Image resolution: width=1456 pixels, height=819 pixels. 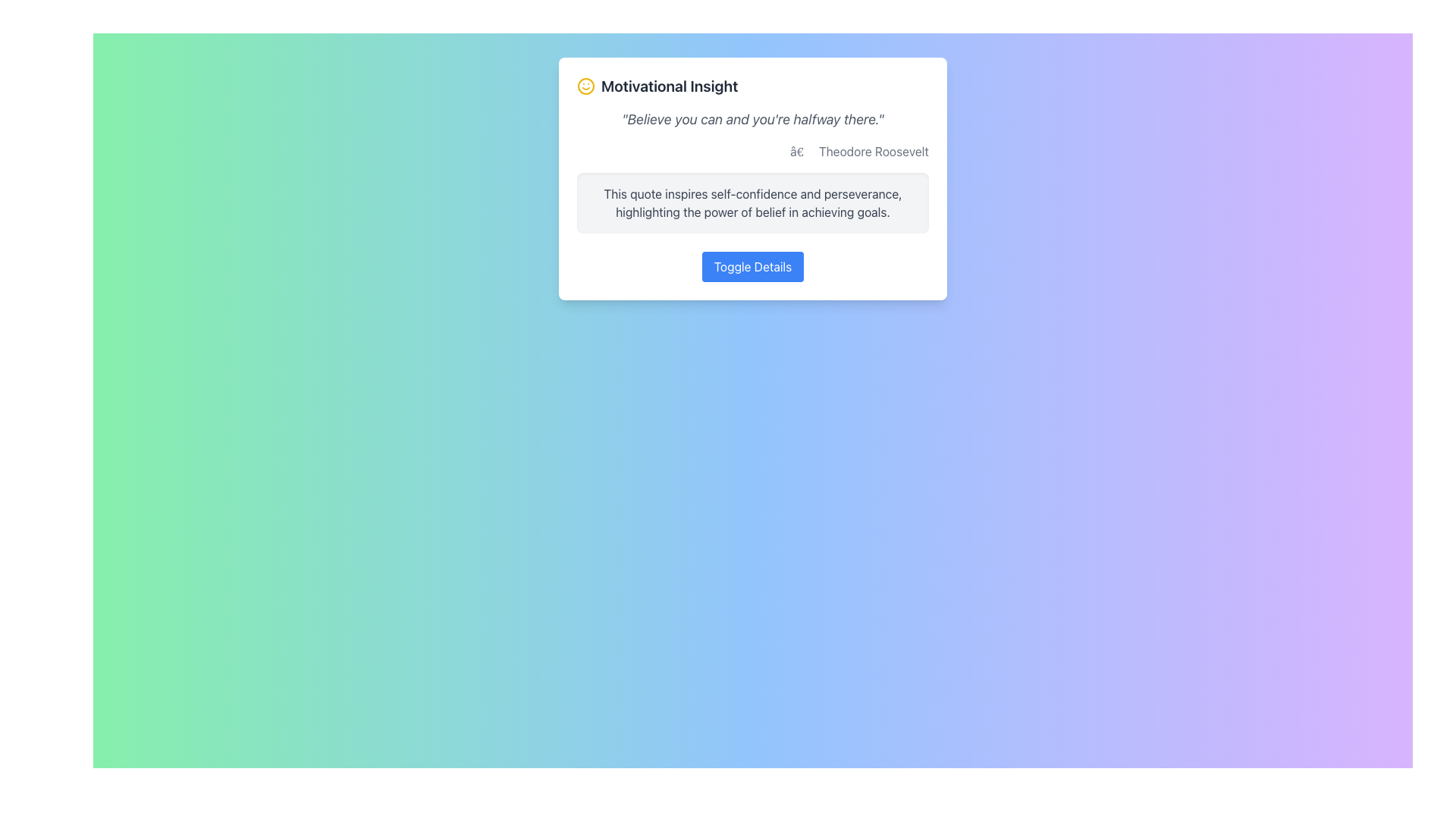 I want to click on the SVG Circle element with a yellow outline that is centrally placed within a smiling face icon on the Motivational Insight card, so click(x=585, y=86).